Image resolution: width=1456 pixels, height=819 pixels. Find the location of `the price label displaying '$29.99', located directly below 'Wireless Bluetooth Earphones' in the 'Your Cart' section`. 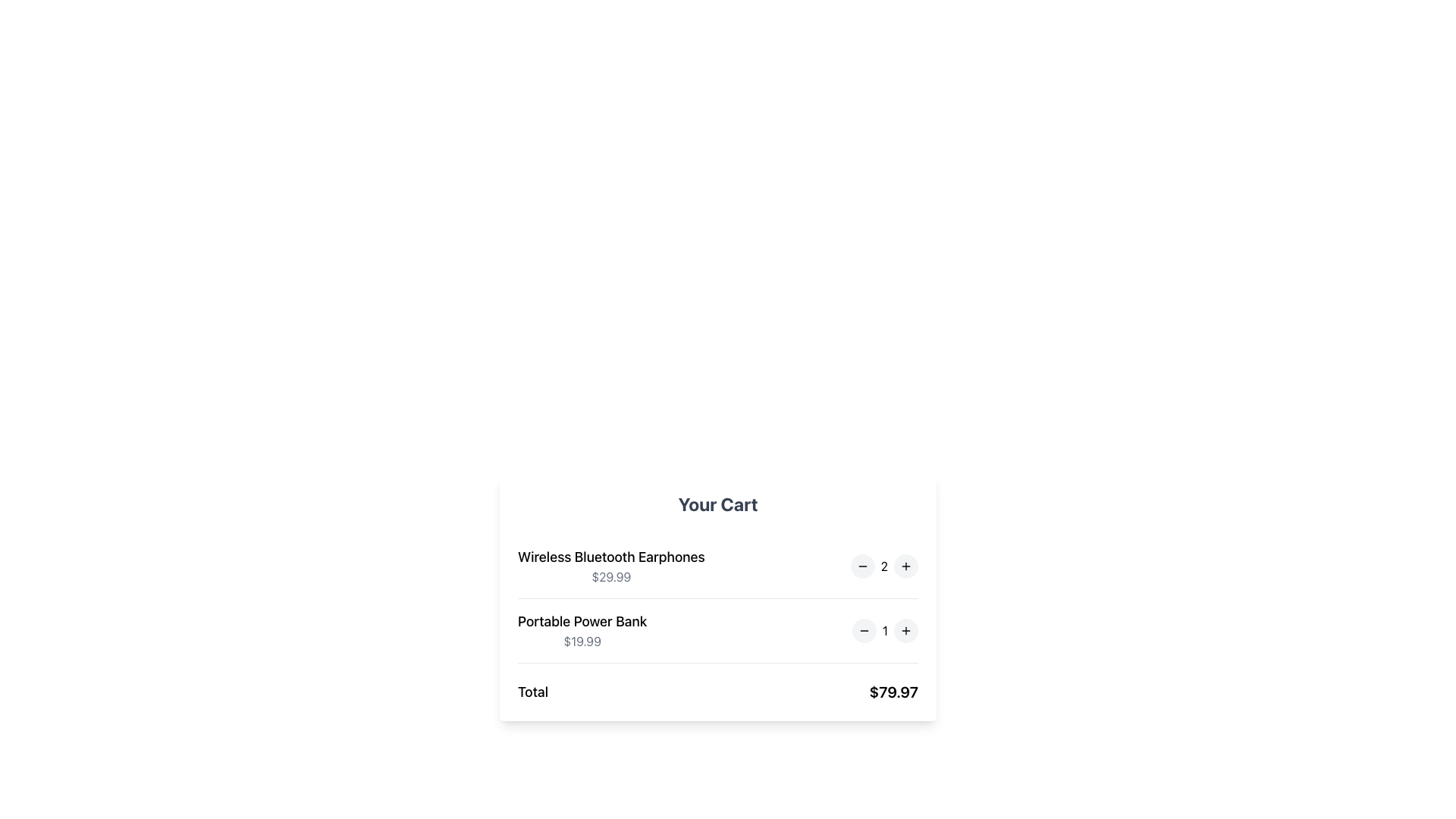

the price label displaying '$29.99', located directly below 'Wireless Bluetooth Earphones' in the 'Your Cart' section is located at coordinates (611, 576).